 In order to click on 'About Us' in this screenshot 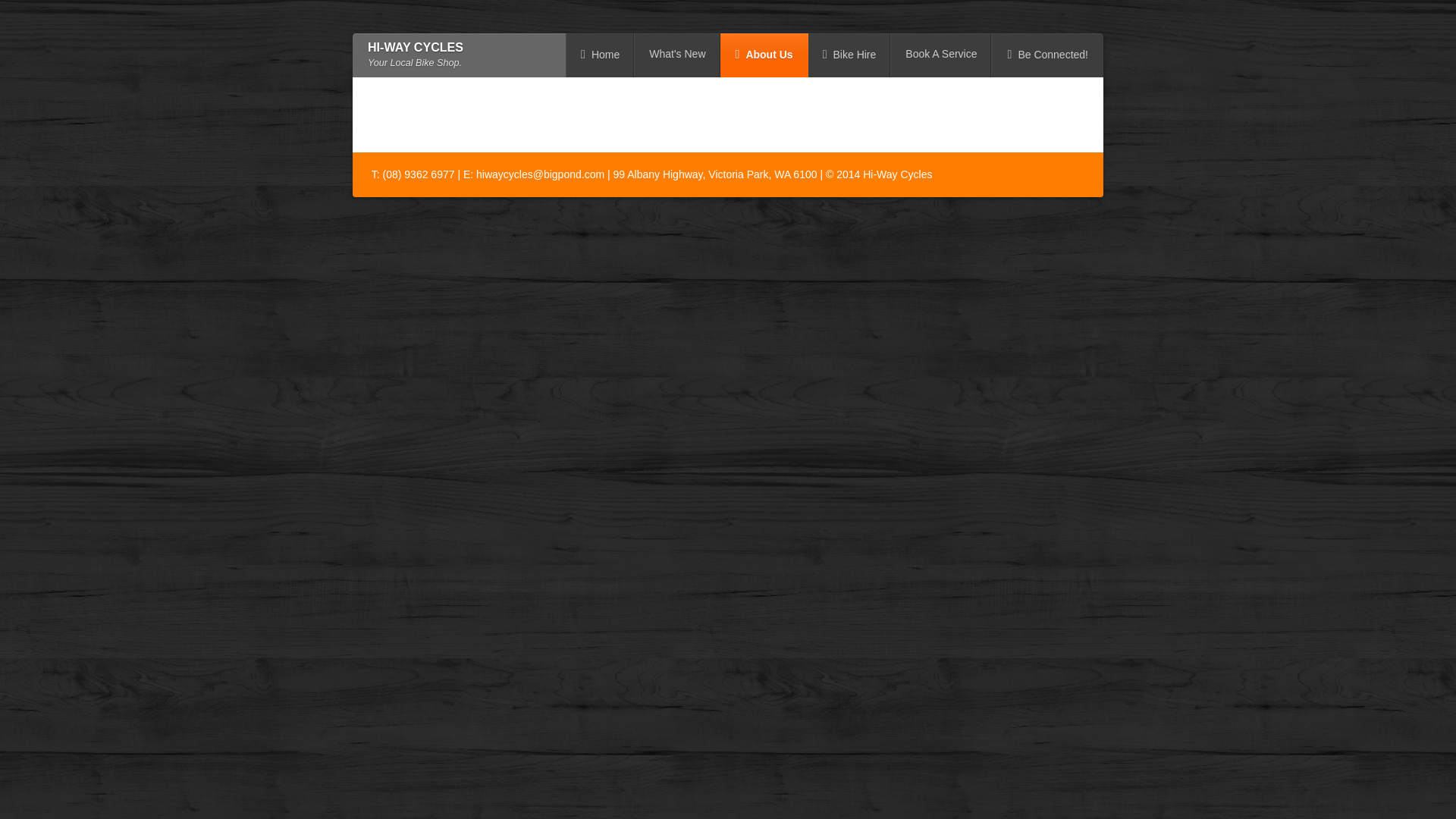, I will do `click(764, 55)`.